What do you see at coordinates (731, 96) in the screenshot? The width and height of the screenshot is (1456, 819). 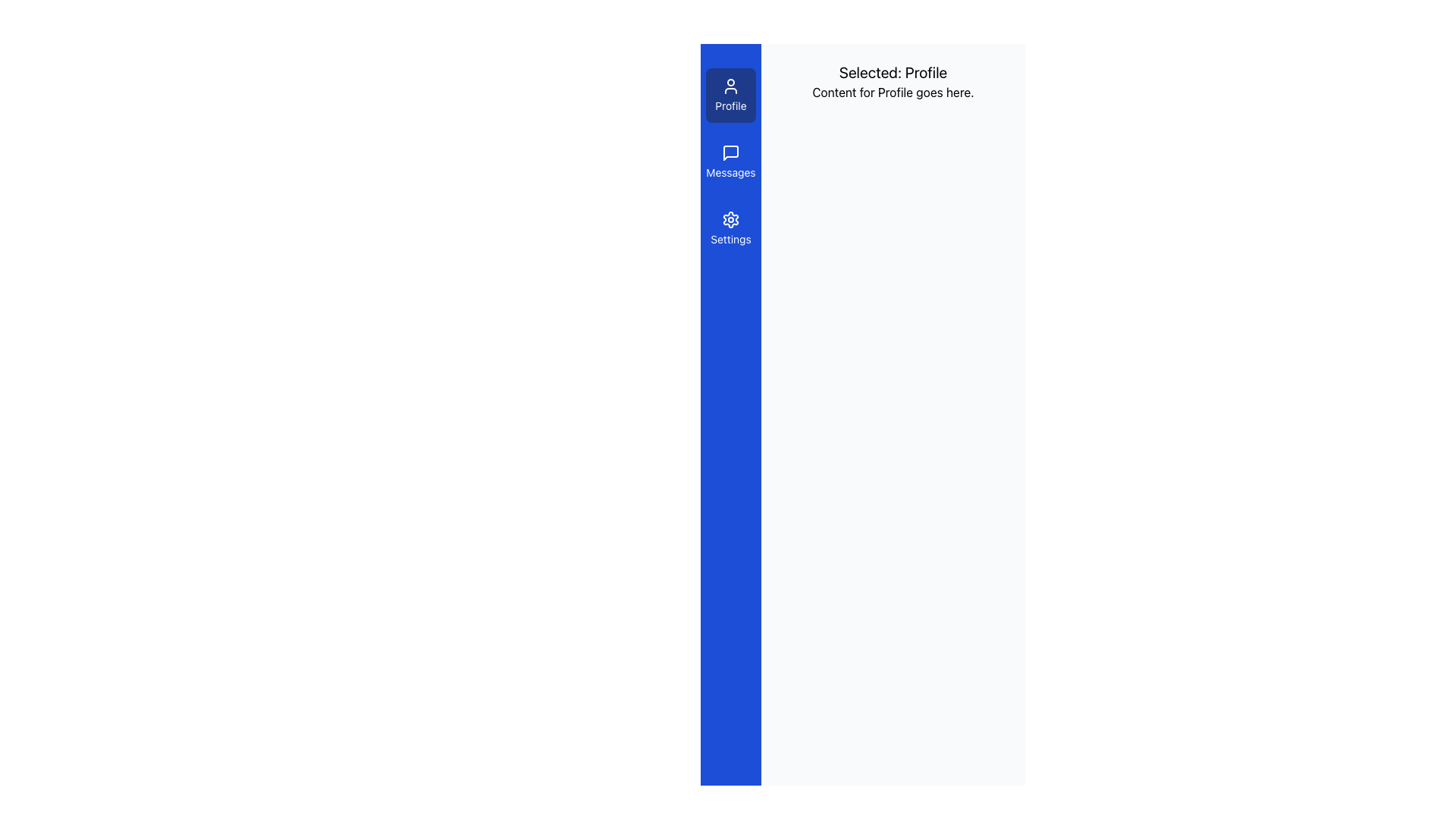 I see `the Profile navigation item, which features a user profile icon and the label 'Profile' below it` at bounding box center [731, 96].